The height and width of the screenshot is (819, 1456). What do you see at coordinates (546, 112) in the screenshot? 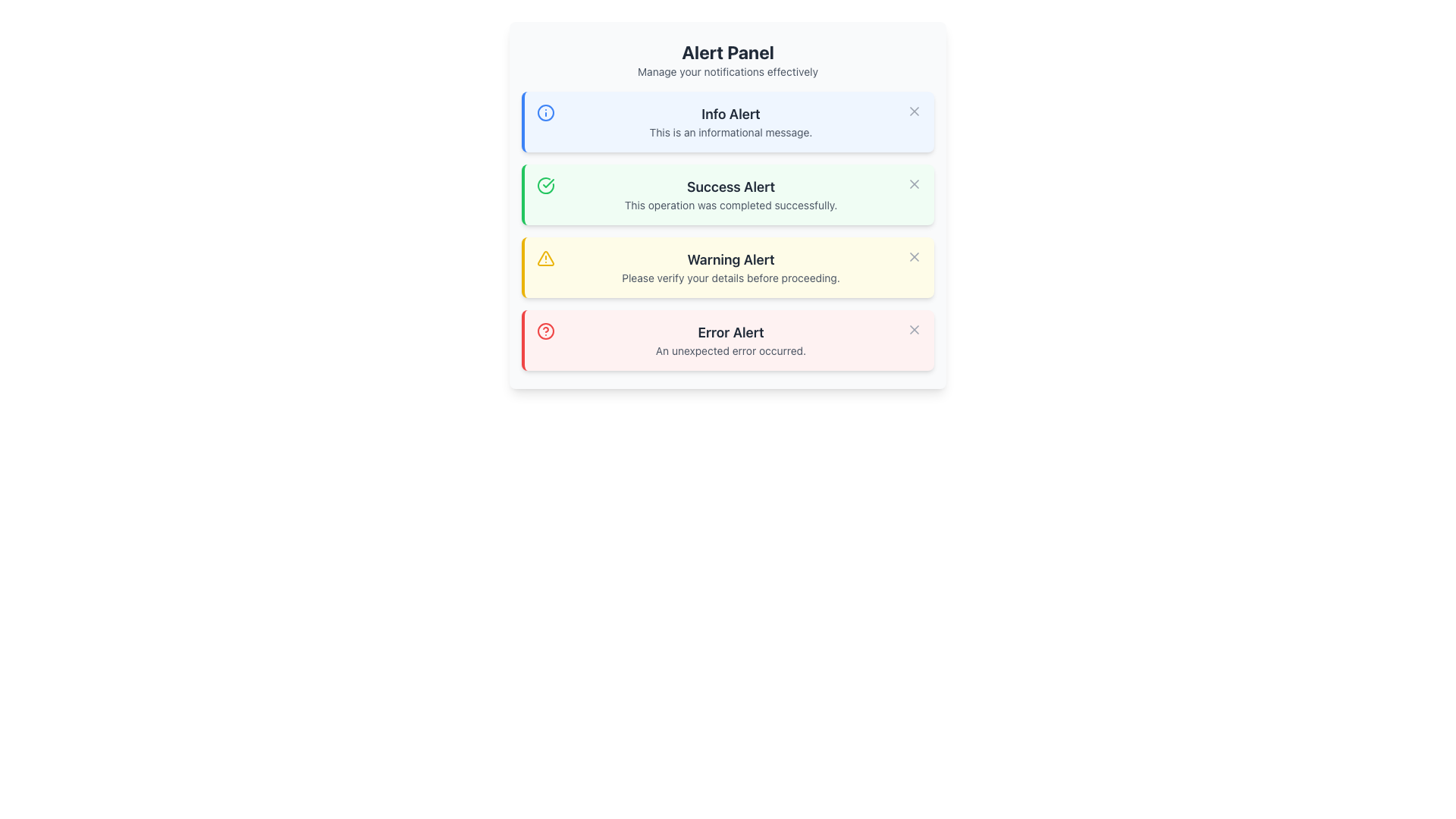
I see `the central circle of the blue 'Info' icon located in the leftmost part of the 'Info Alert' box in the notification panel` at bounding box center [546, 112].